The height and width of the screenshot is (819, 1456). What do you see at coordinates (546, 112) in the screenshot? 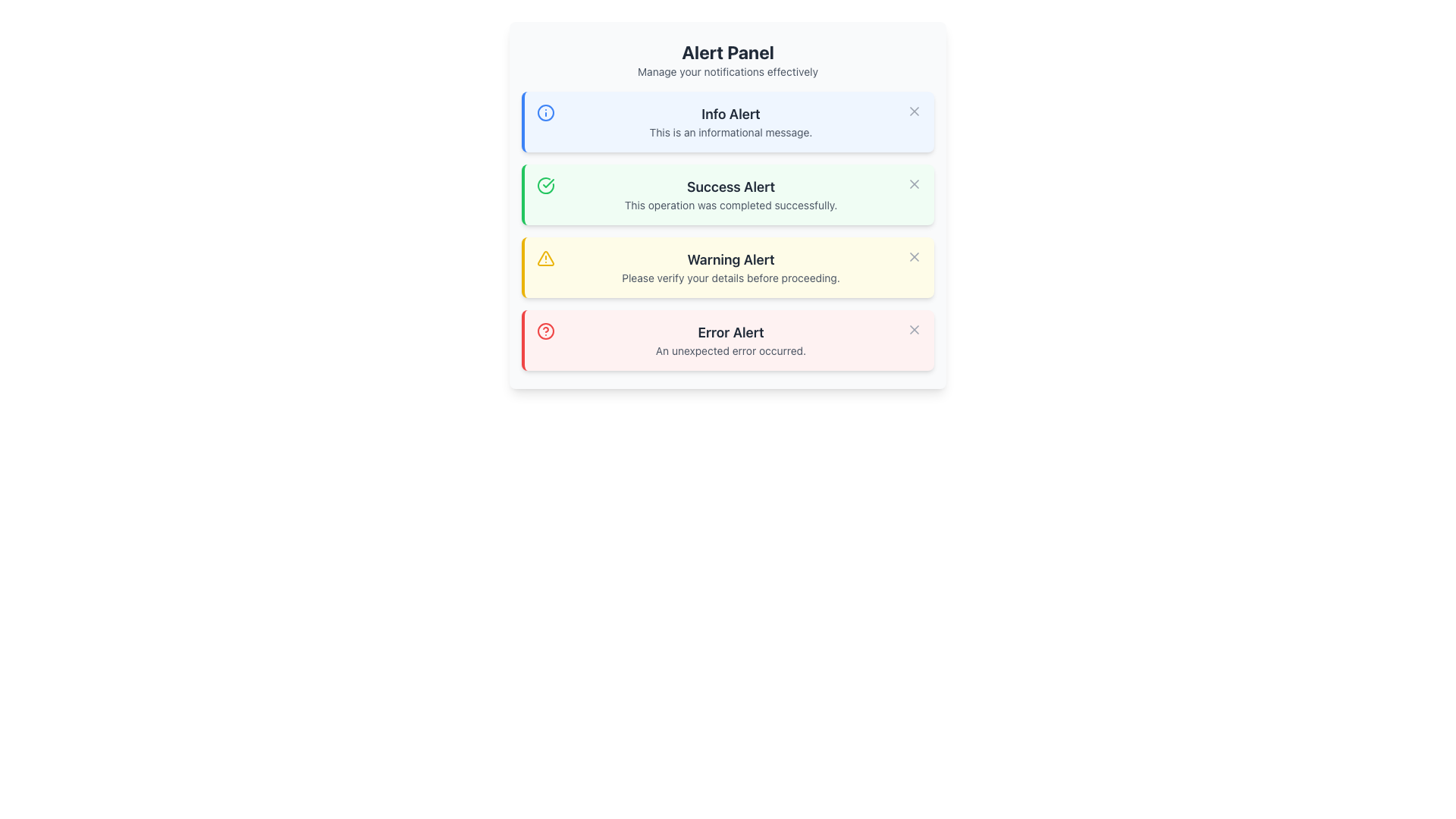
I see `the central circle of the blue 'Info' icon located in the leftmost part of the 'Info Alert' box in the notification panel` at bounding box center [546, 112].